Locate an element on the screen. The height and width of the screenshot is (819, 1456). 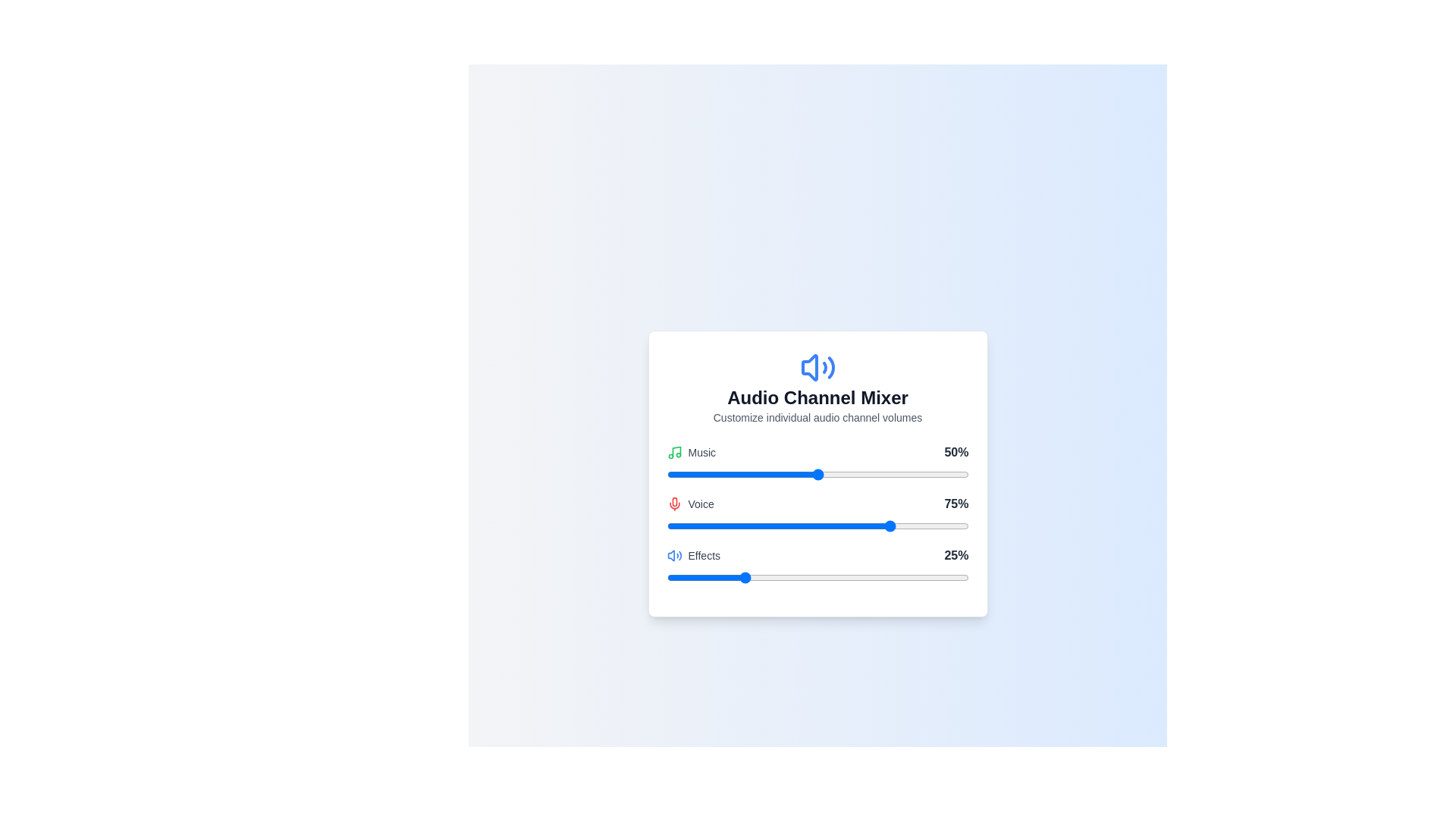
the third wave shape of the sound icon, which is part of the volume control symbol, suggesting audio output is located at coordinates (830, 368).